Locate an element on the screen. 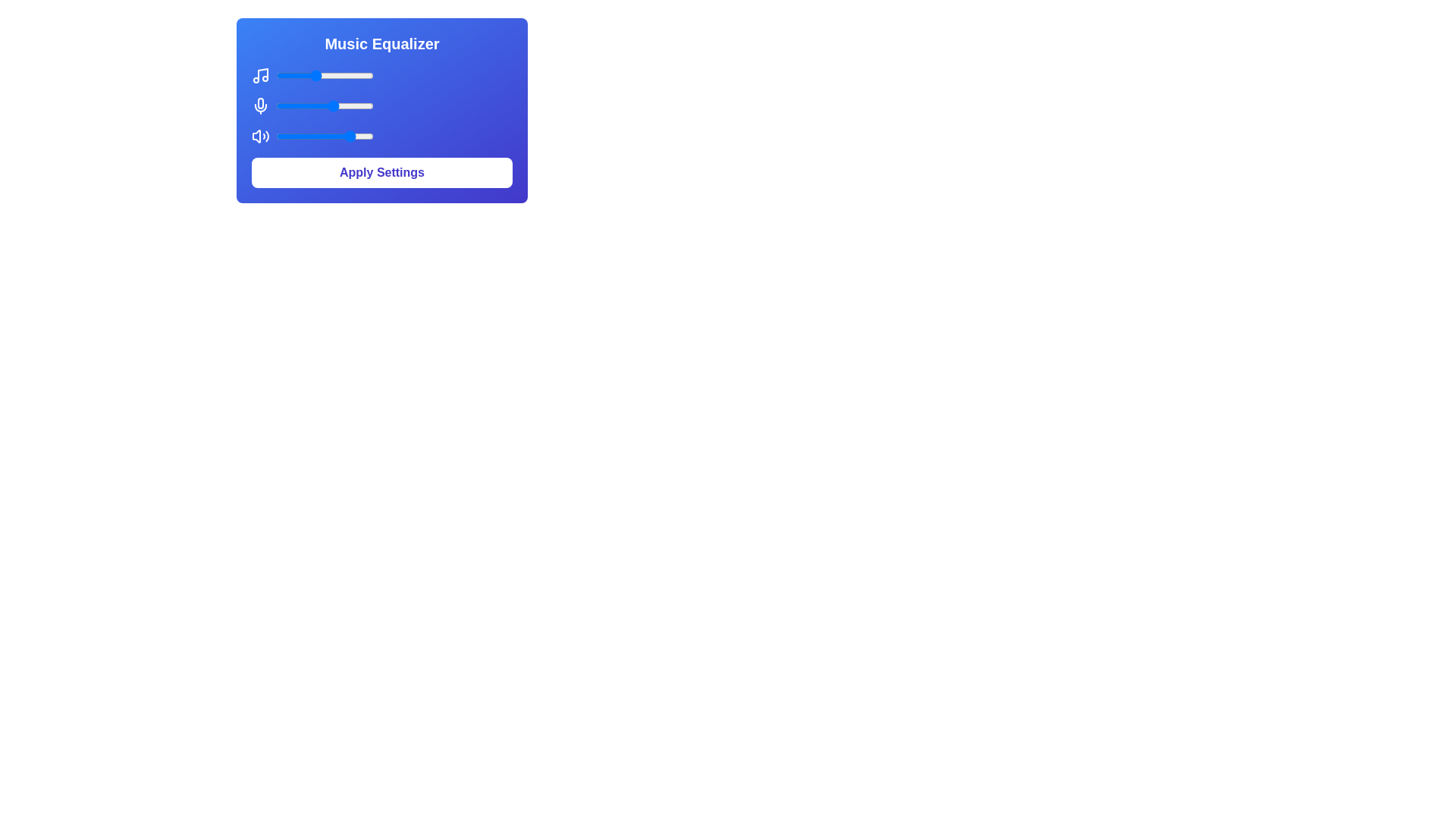 This screenshot has width=1456, height=819. the music-related icon featuring two quaver symbols, which is styled in a line-art design with a white fill and blue border, located in the top-left corner of the 'Music Equalizer' section is located at coordinates (261, 76).